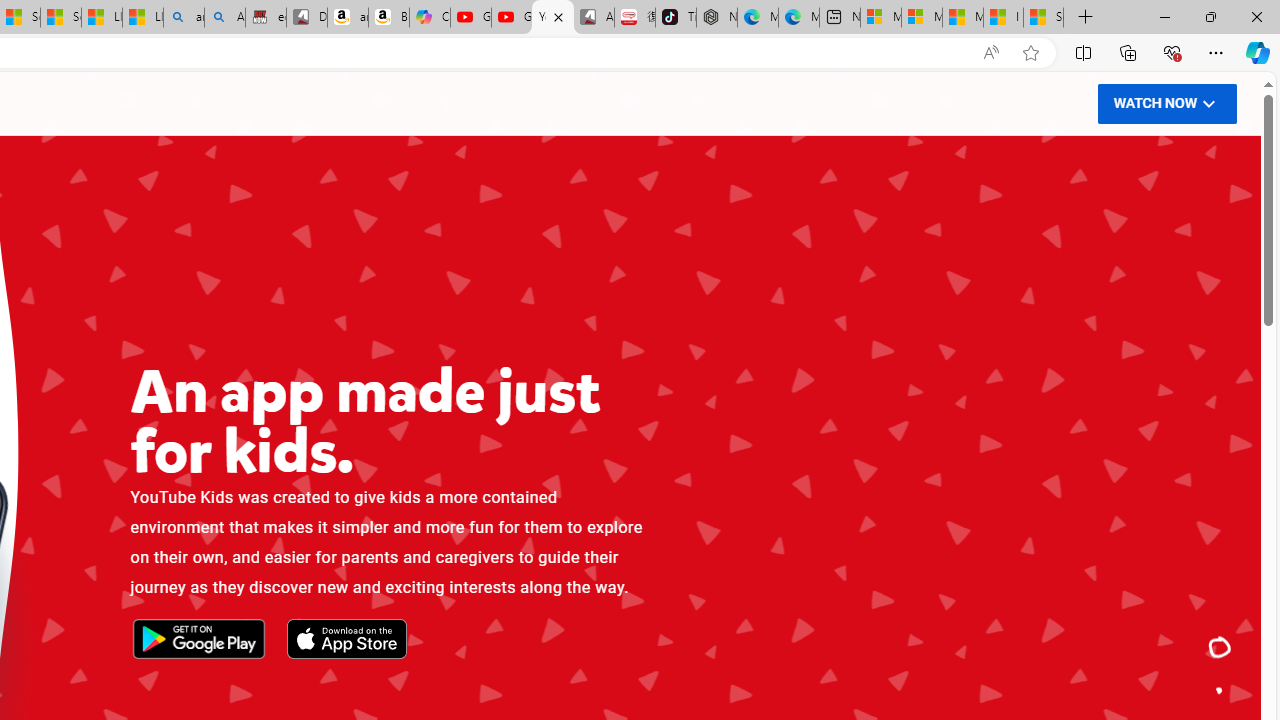  What do you see at coordinates (224, 17) in the screenshot?
I see `'Amazon Echo Dot PNG - Search Images'` at bounding box center [224, 17].